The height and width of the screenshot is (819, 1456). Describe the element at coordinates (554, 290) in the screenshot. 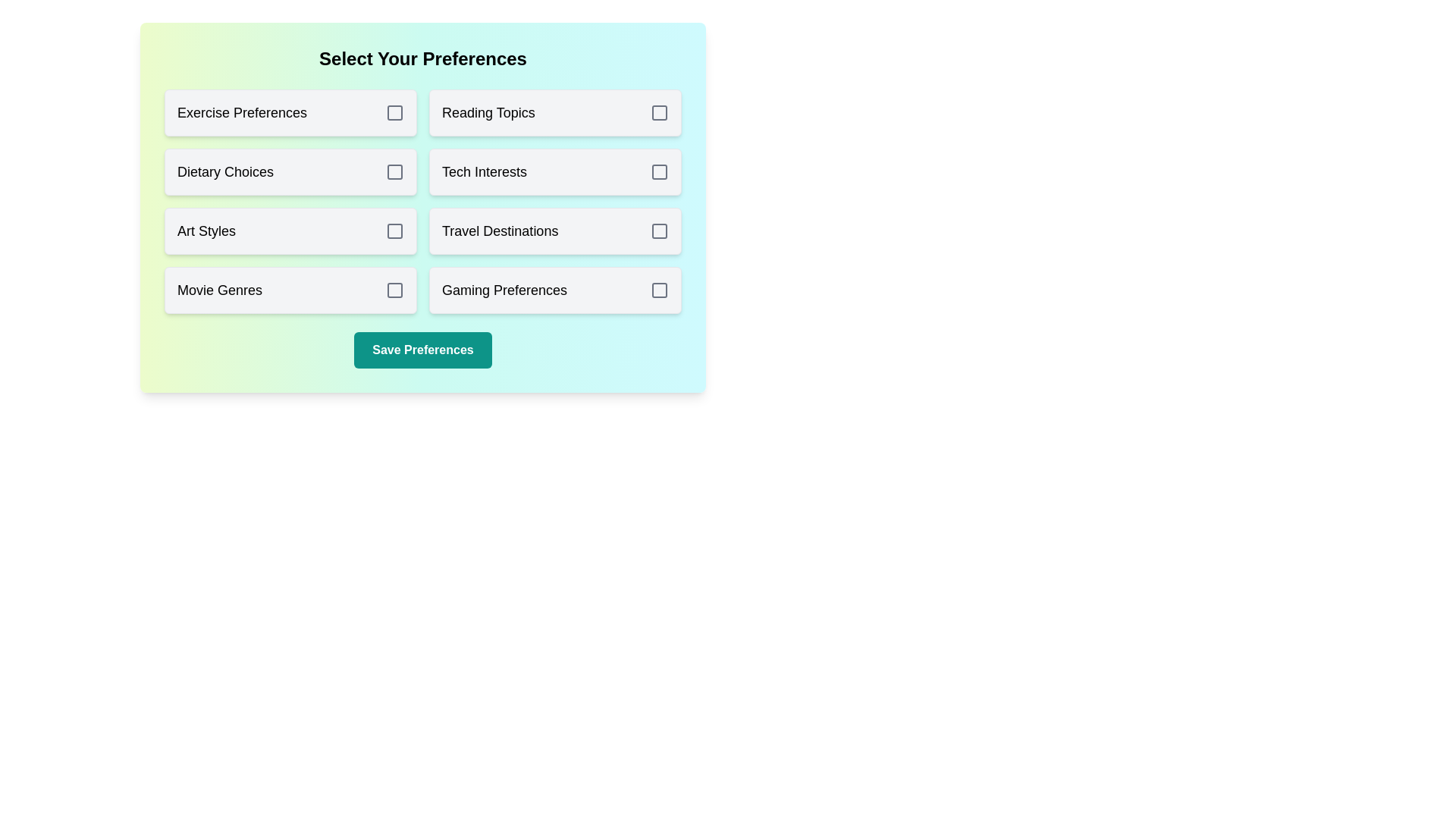

I see `the option Gaming Preferences to observe its hover effect` at that location.